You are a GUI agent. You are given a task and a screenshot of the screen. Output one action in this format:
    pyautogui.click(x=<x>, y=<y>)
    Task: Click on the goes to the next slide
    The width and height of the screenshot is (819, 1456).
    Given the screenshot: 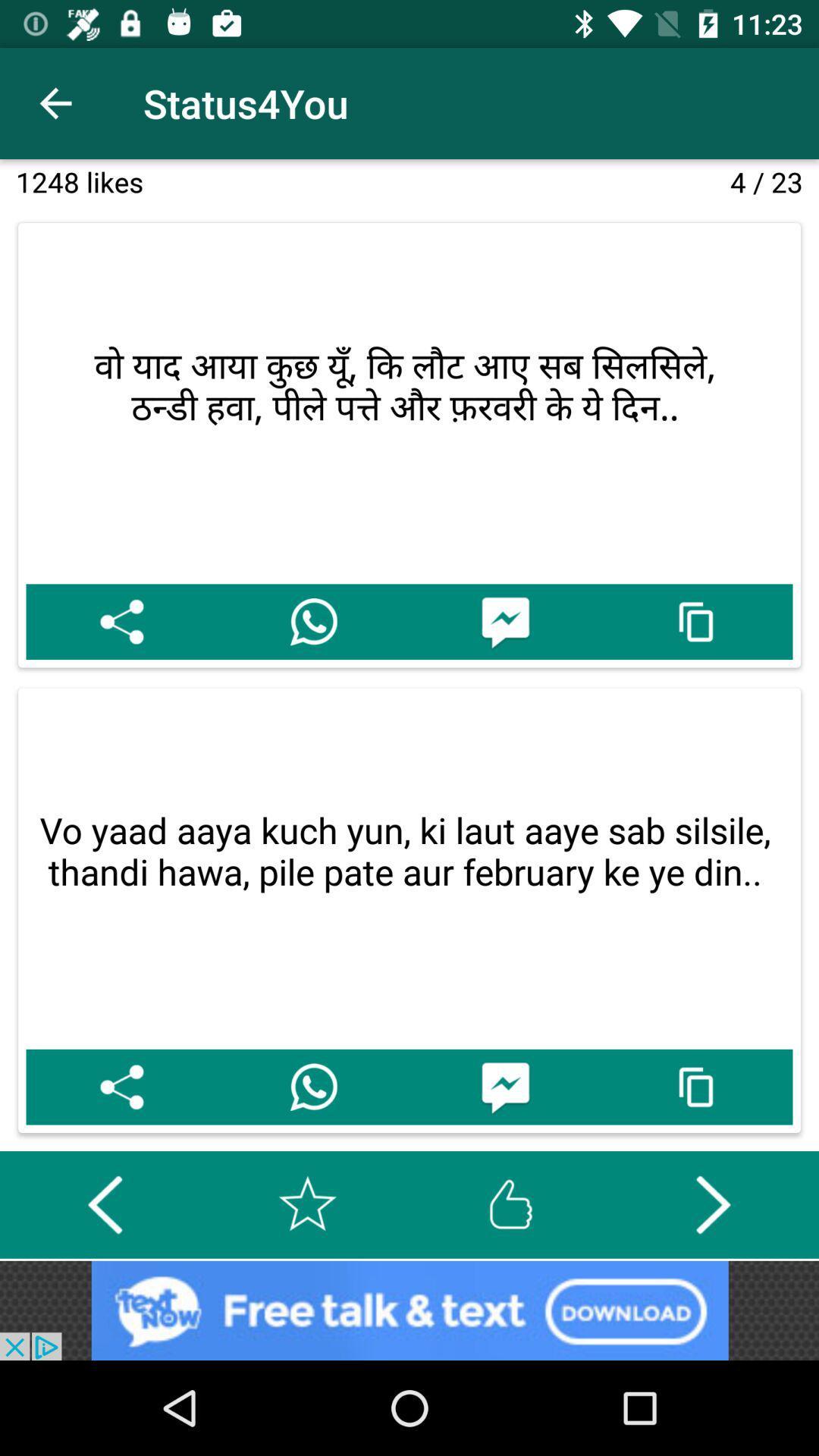 What is the action you would take?
    pyautogui.click(x=713, y=1203)
    